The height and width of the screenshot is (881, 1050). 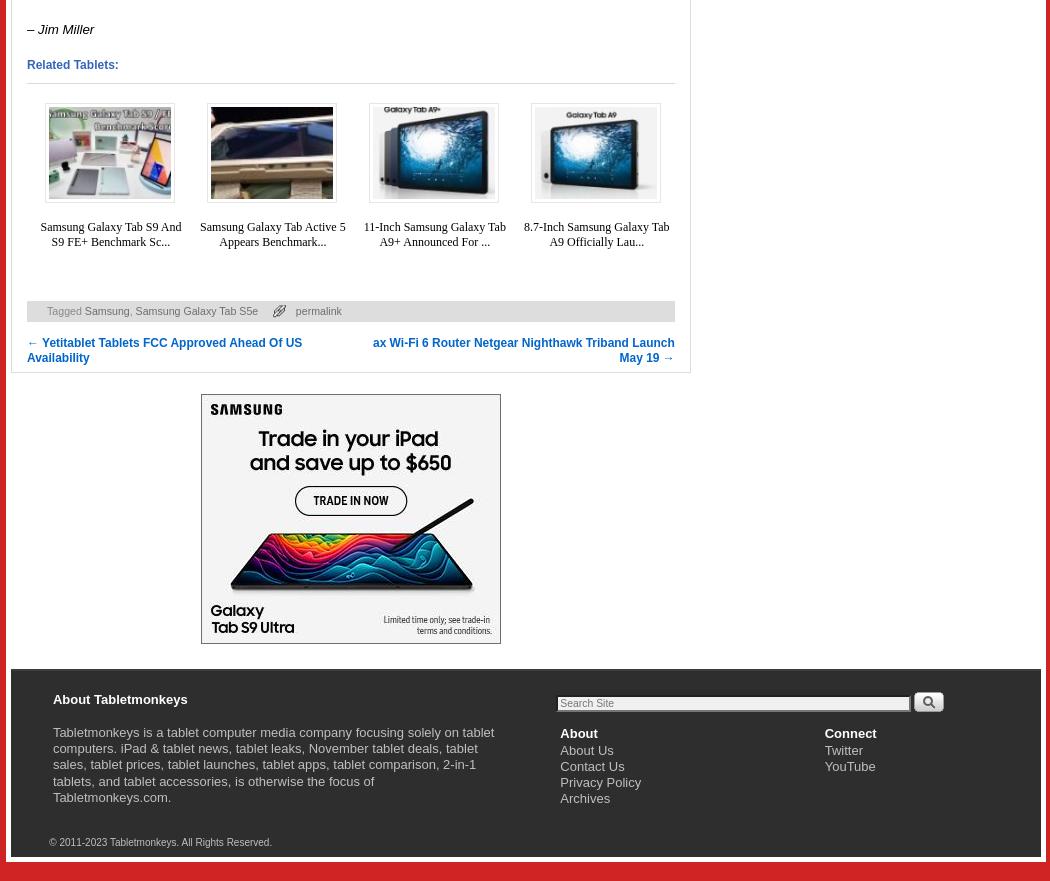 I want to click on 'ax Wi-Fi 6 Router Netgear Nighthawk Triband Launch May 19', so click(x=522, y=349).